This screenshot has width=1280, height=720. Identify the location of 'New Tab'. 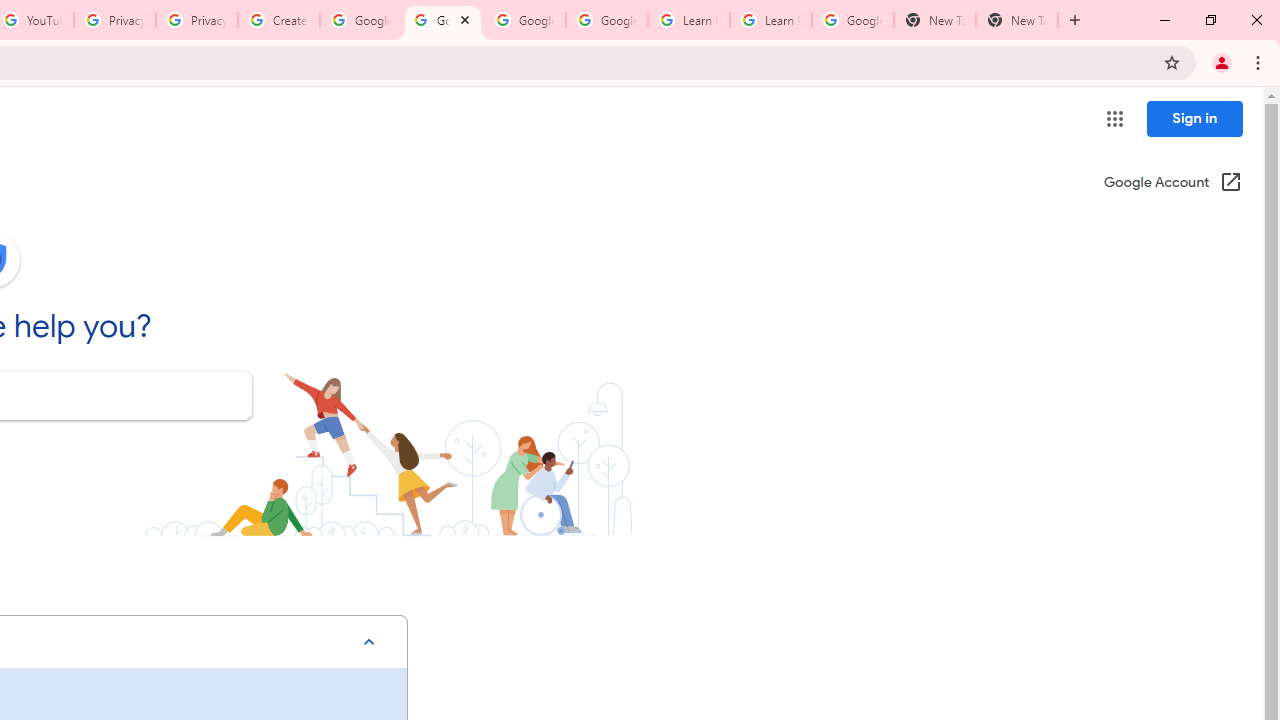
(934, 20).